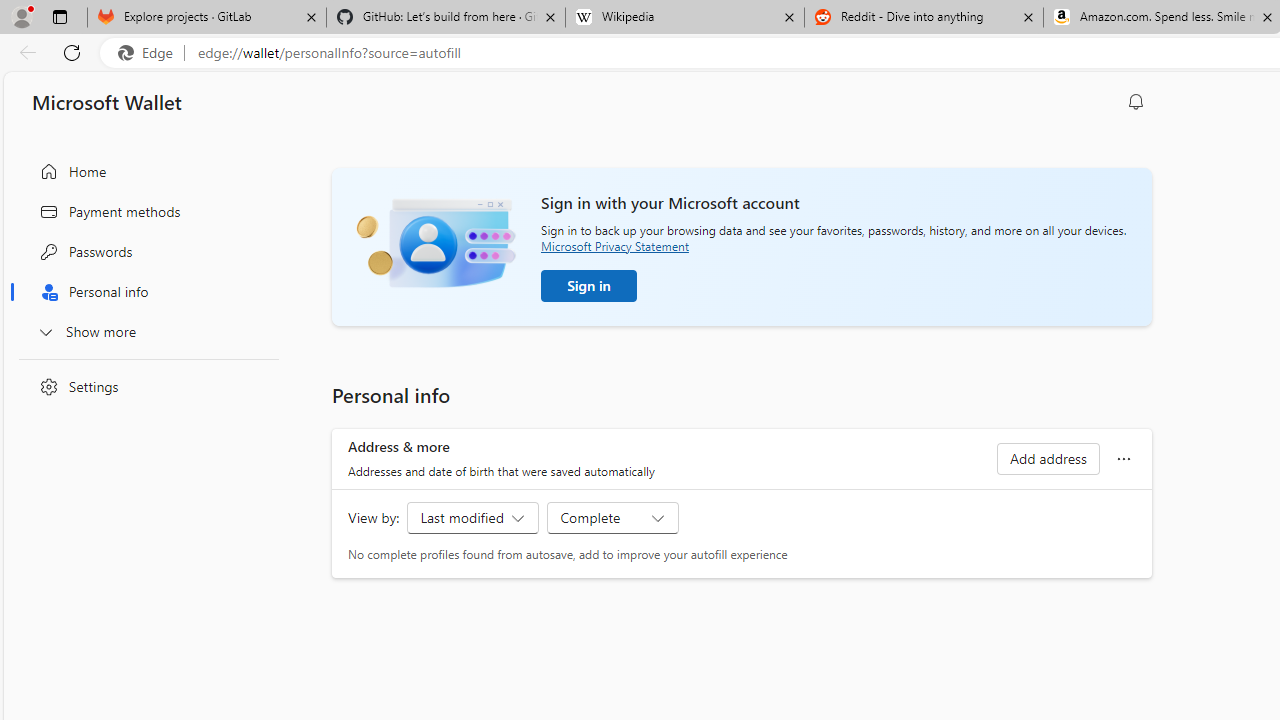  What do you see at coordinates (143, 330) in the screenshot?
I see `'Show more'` at bounding box center [143, 330].